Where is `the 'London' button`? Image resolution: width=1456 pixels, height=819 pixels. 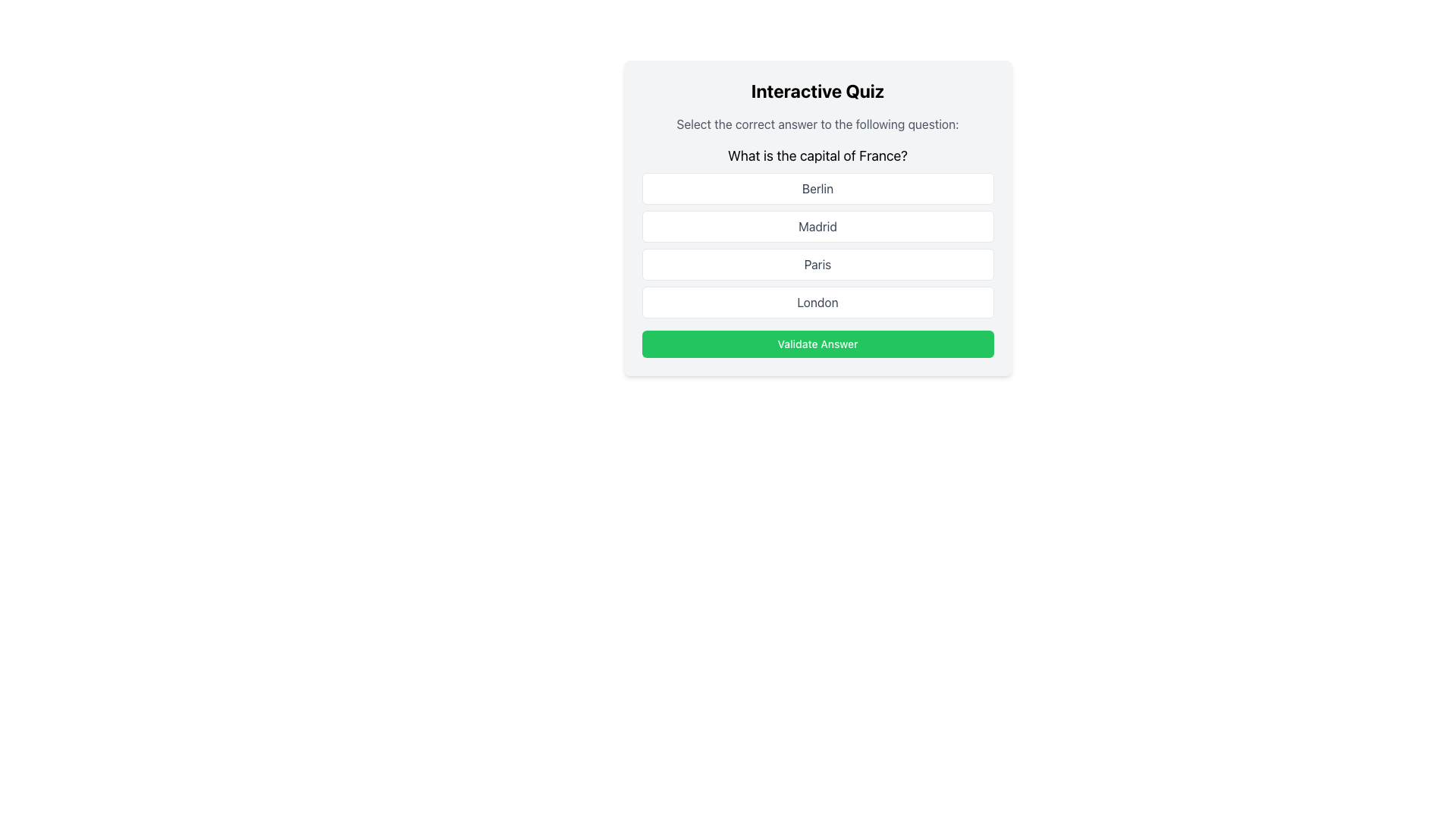
the 'London' button is located at coordinates (817, 302).